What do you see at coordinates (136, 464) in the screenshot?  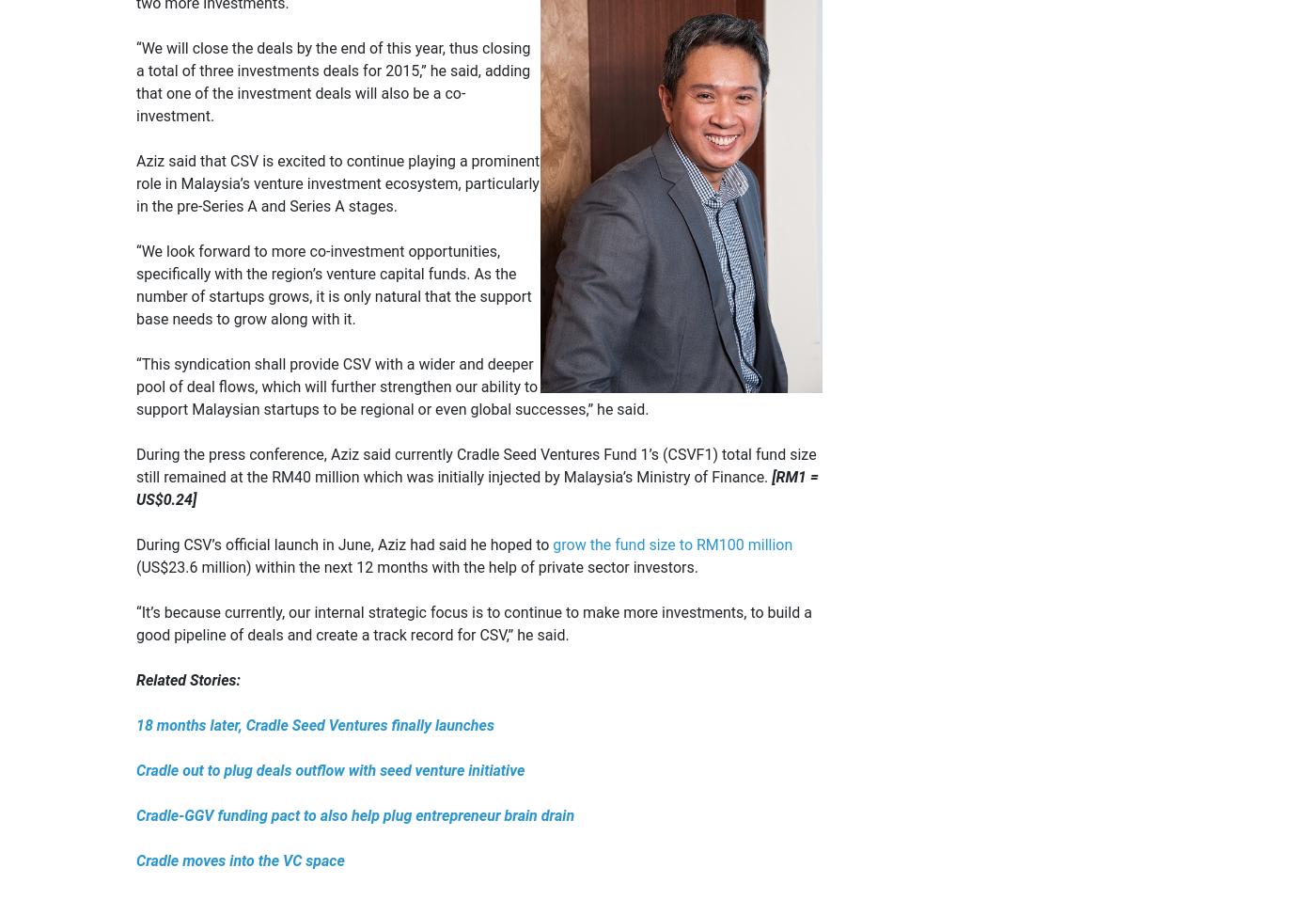 I see `'During the press conference, Aziz said currently Cradle Seed Ventures Fund 1’s (CSVF1) total fund size still remained at the RM40 million which was initially injected by Malaysia’s Ministry of Finance.'` at bounding box center [136, 464].